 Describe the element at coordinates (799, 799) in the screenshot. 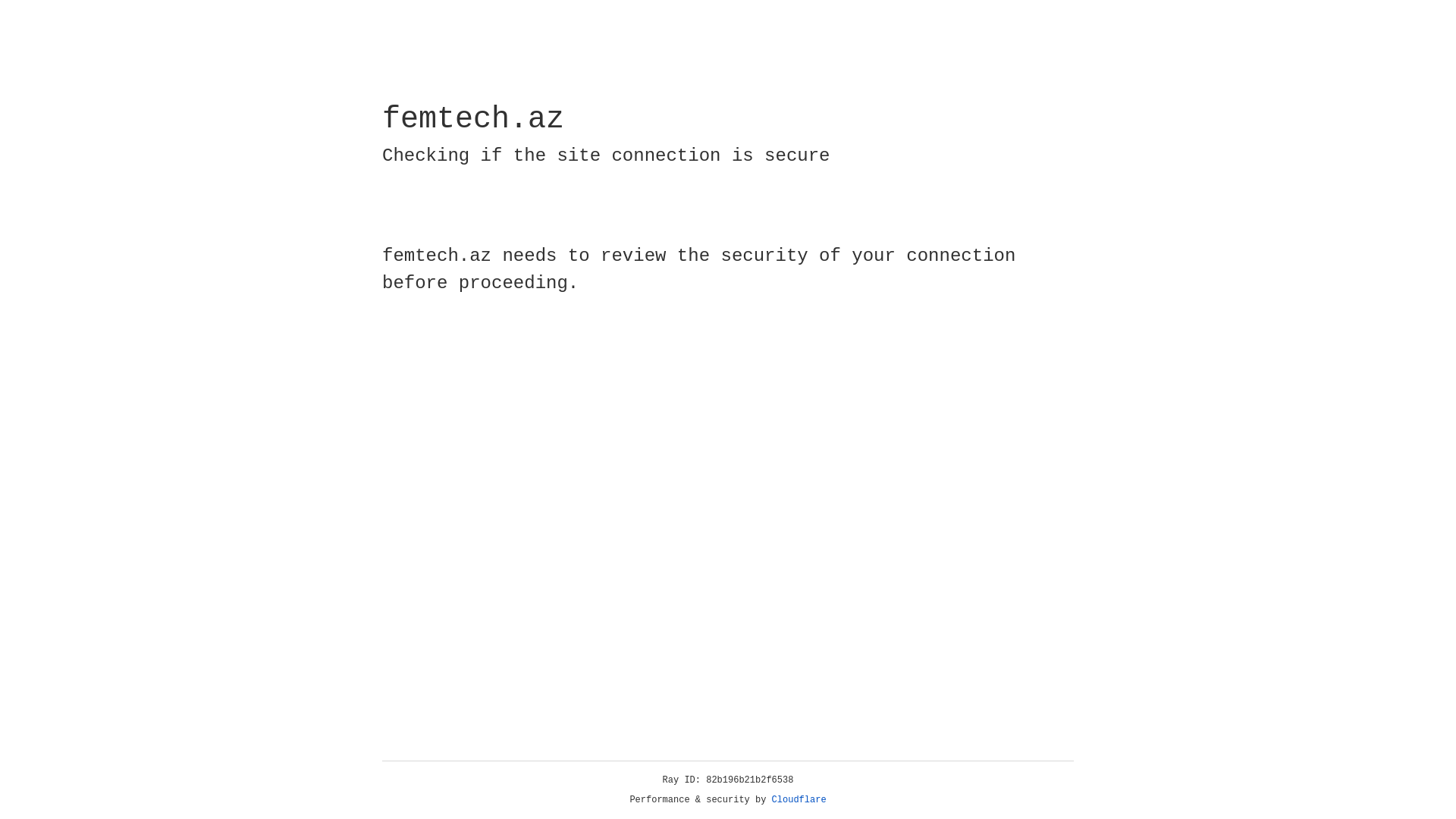

I see `'Cloudflare'` at that location.